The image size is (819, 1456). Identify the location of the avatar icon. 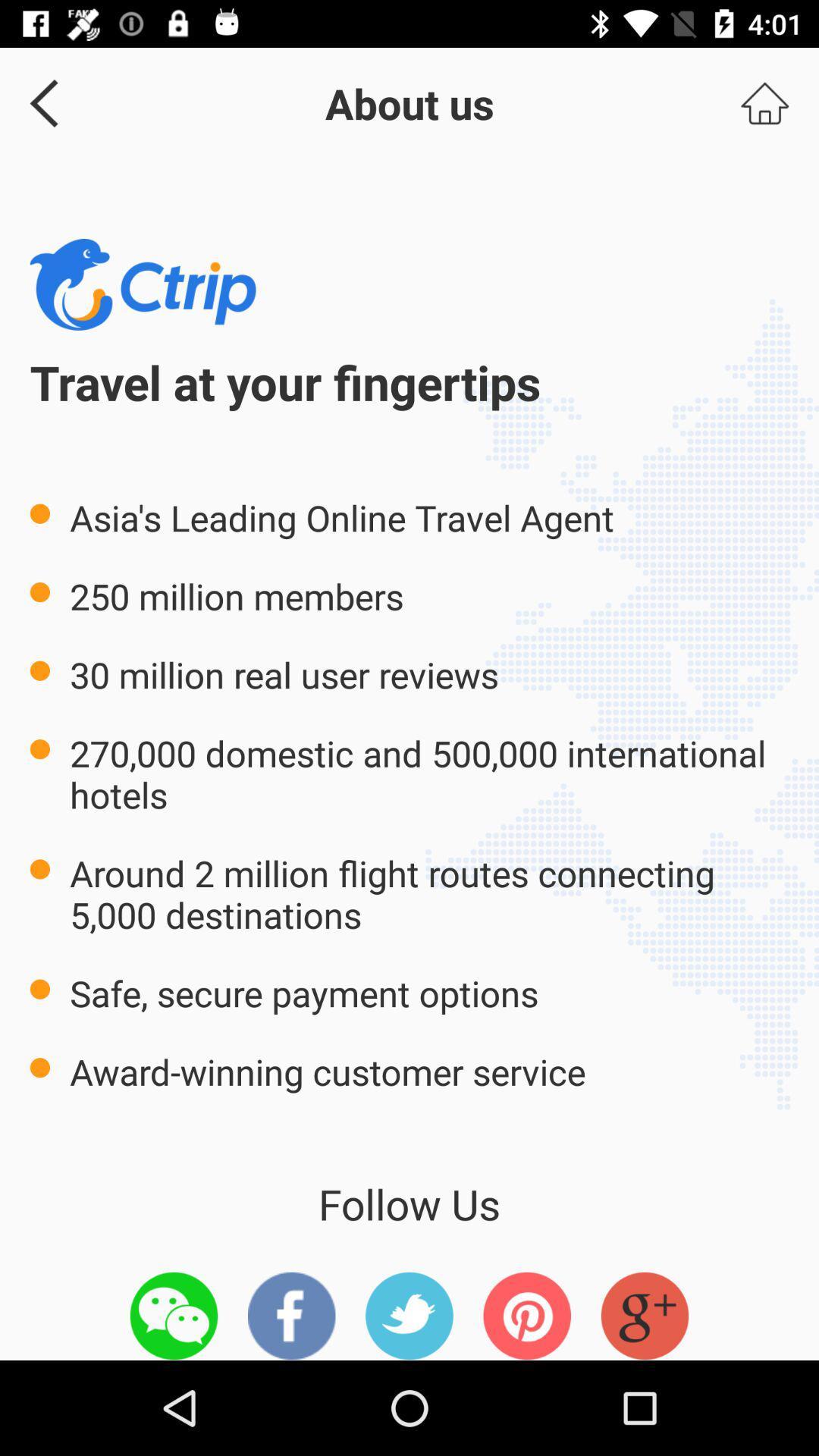
(645, 1315).